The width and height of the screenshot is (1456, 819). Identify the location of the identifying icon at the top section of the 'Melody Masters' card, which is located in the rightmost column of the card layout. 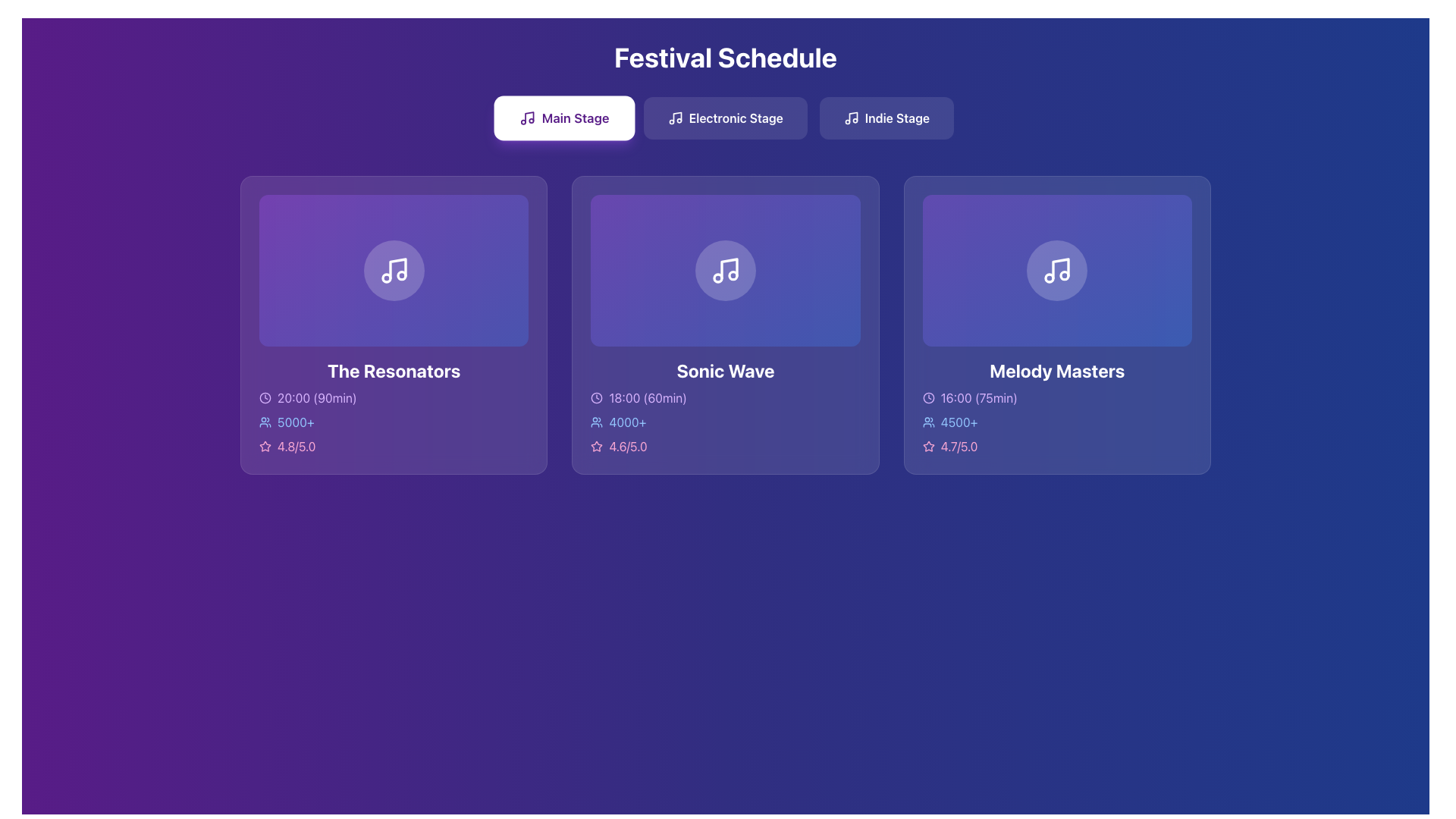
(1056, 269).